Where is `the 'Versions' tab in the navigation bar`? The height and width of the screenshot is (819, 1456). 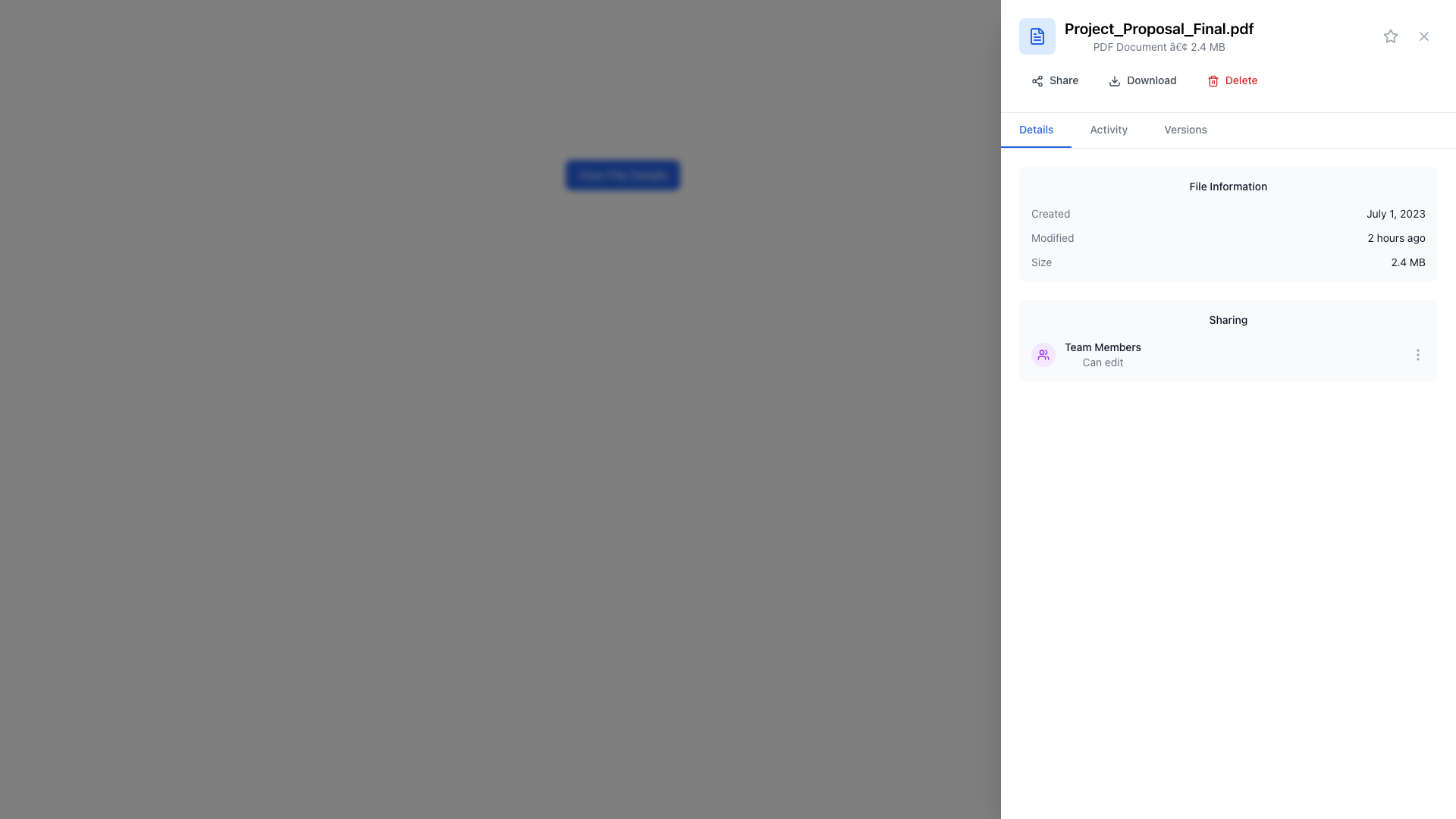 the 'Versions' tab in the navigation bar is located at coordinates (1185, 130).